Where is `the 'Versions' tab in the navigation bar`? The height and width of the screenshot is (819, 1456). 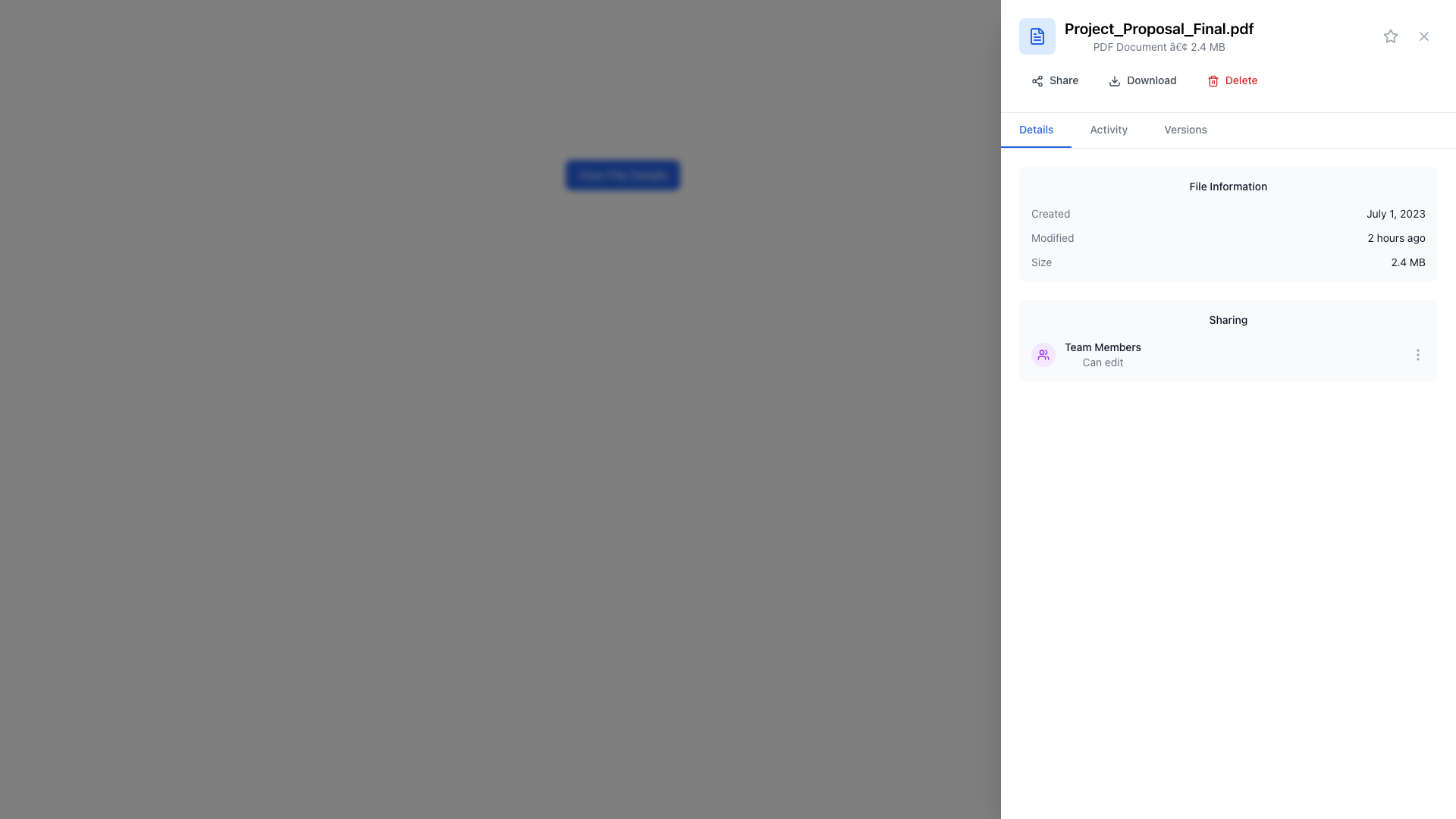 the 'Versions' tab in the navigation bar is located at coordinates (1185, 130).